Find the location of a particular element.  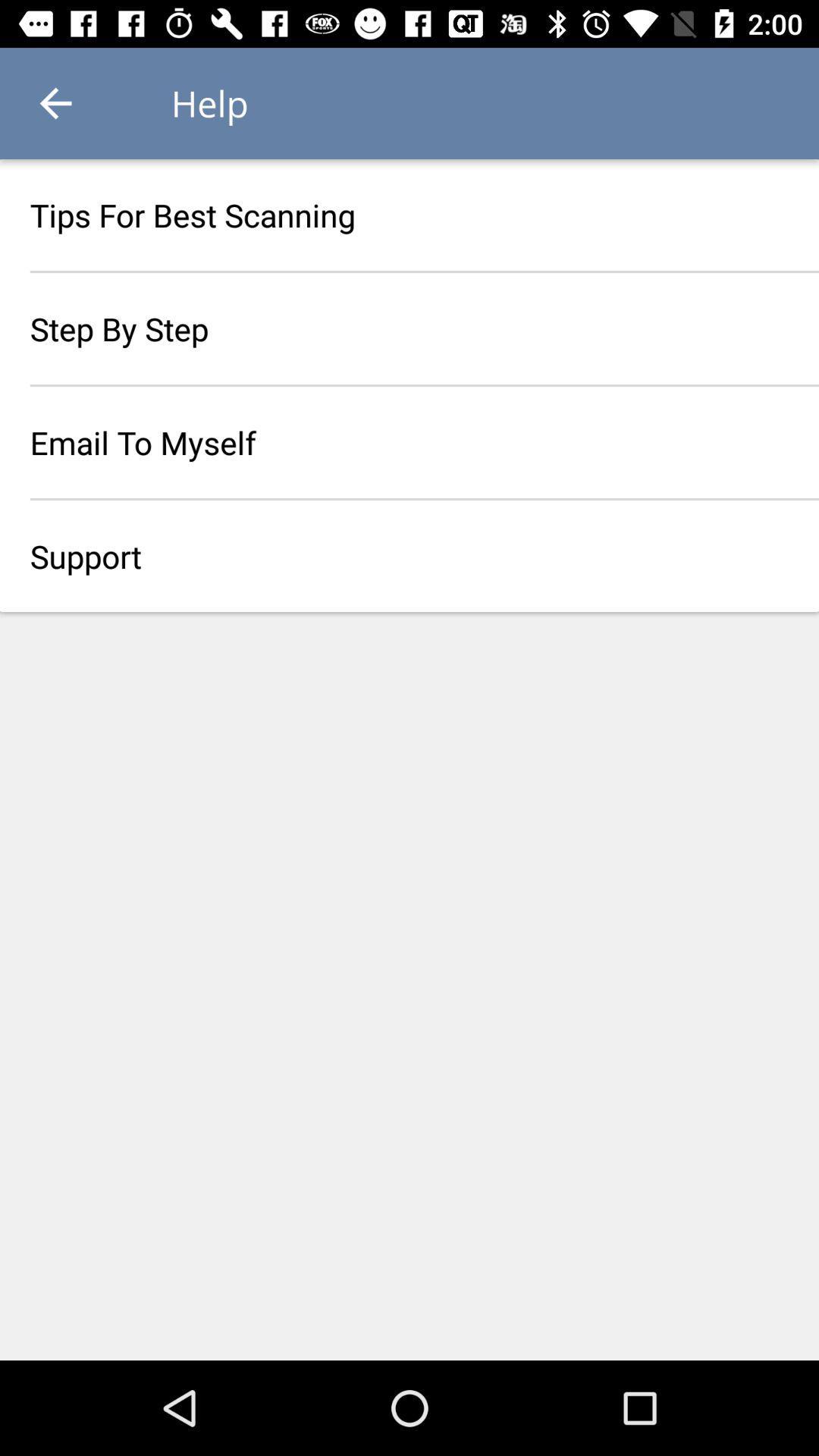

the email to myself item is located at coordinates (409, 441).